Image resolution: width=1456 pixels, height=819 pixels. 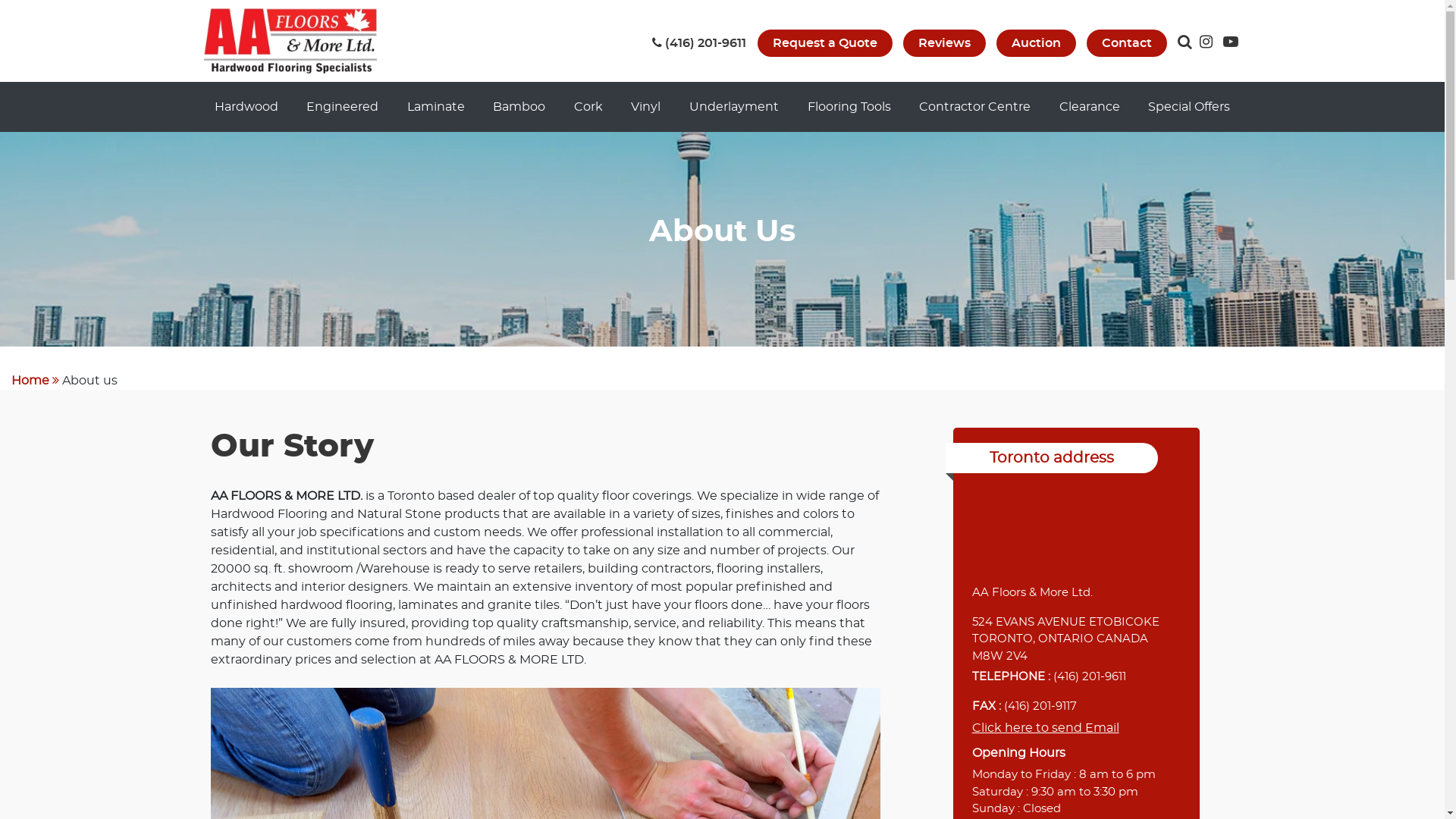 I want to click on 'Click here to send Email', so click(x=1044, y=727).